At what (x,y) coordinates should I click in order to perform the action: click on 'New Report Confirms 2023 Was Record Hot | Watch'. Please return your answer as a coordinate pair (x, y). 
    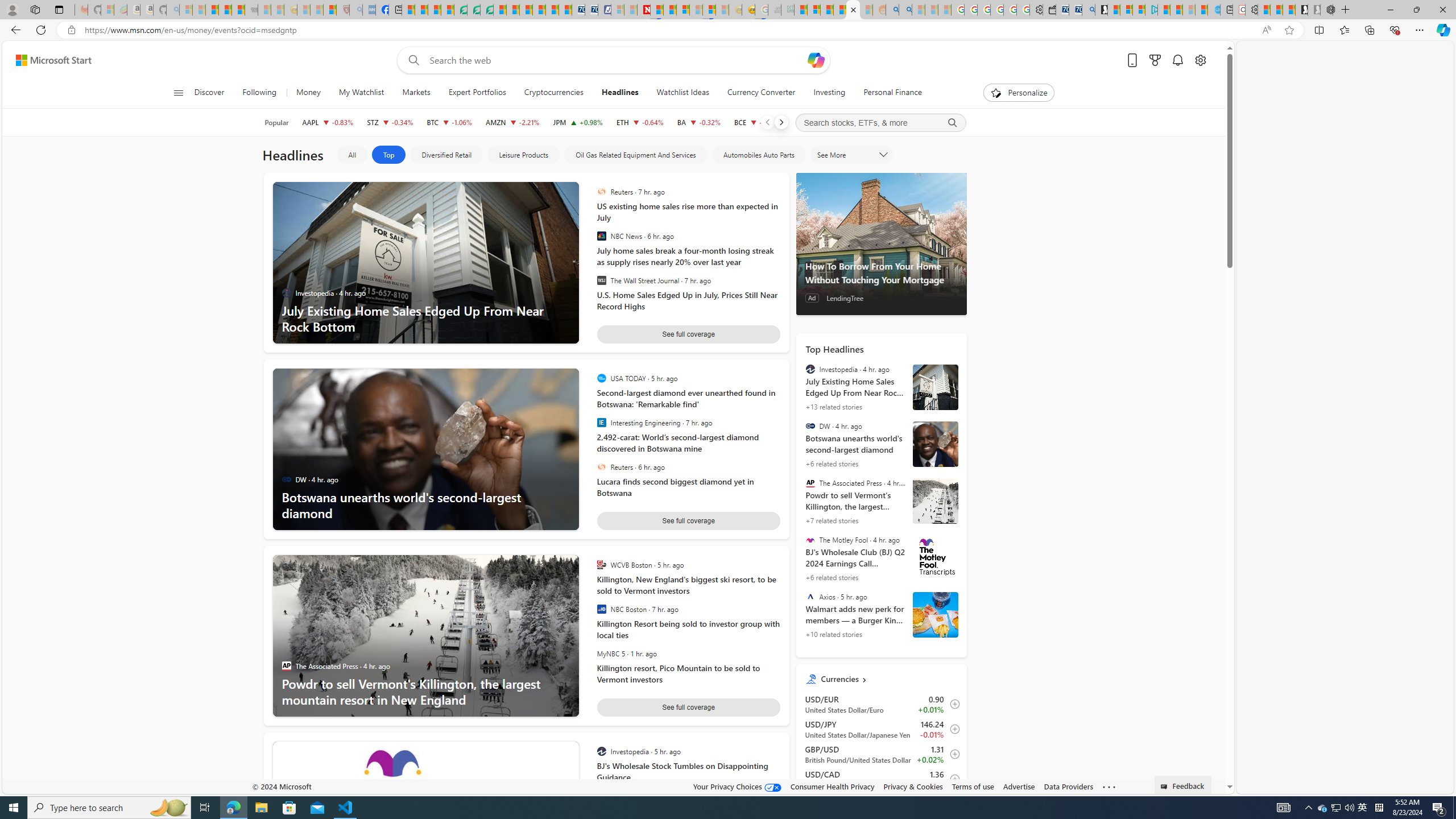
    Looking at the image, I should click on (237, 9).